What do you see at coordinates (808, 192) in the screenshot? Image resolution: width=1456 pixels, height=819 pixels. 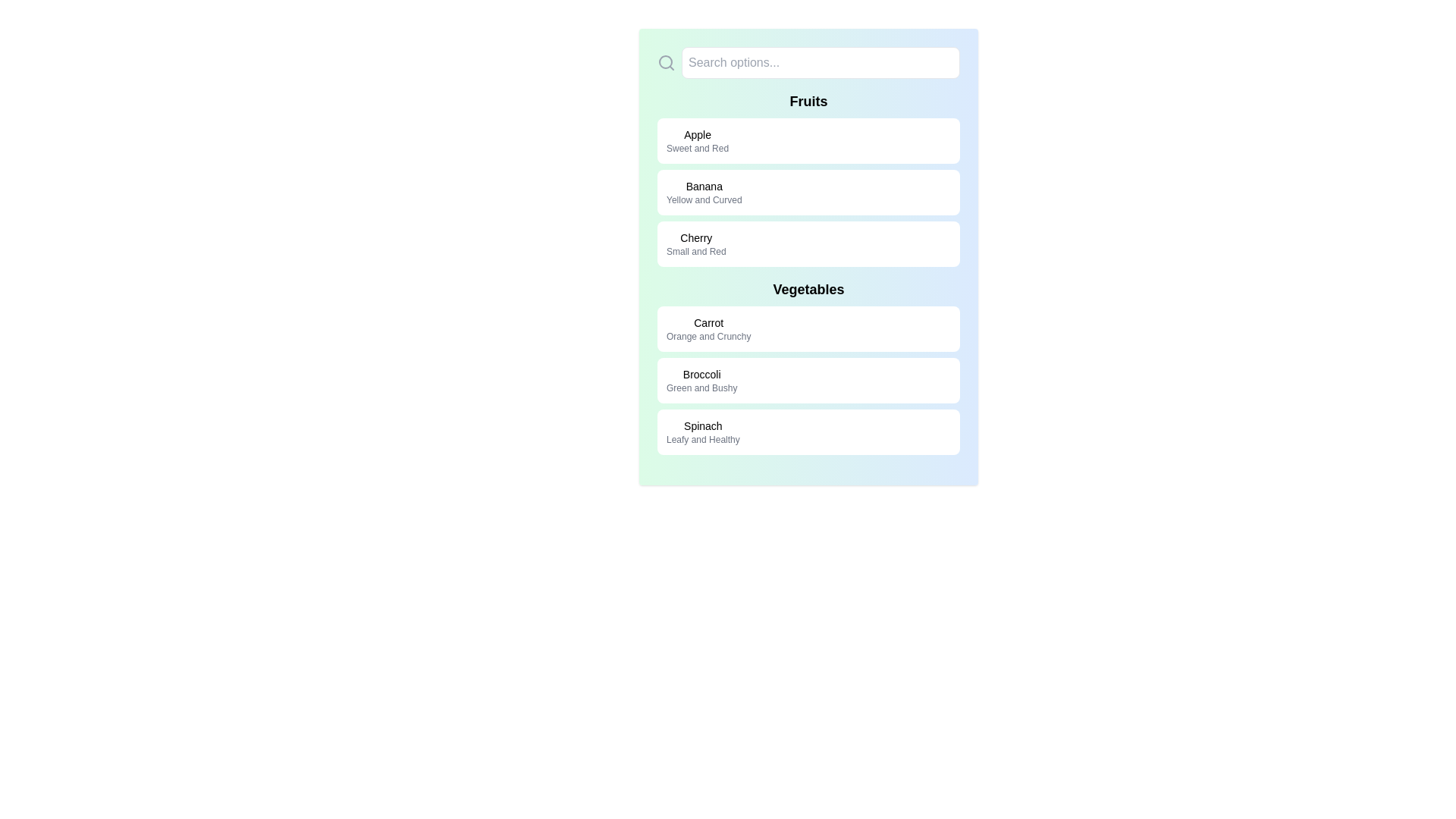 I see `the 'Banana' list item panel located between the 'Apple' panel and the 'Cherry' panel` at bounding box center [808, 192].